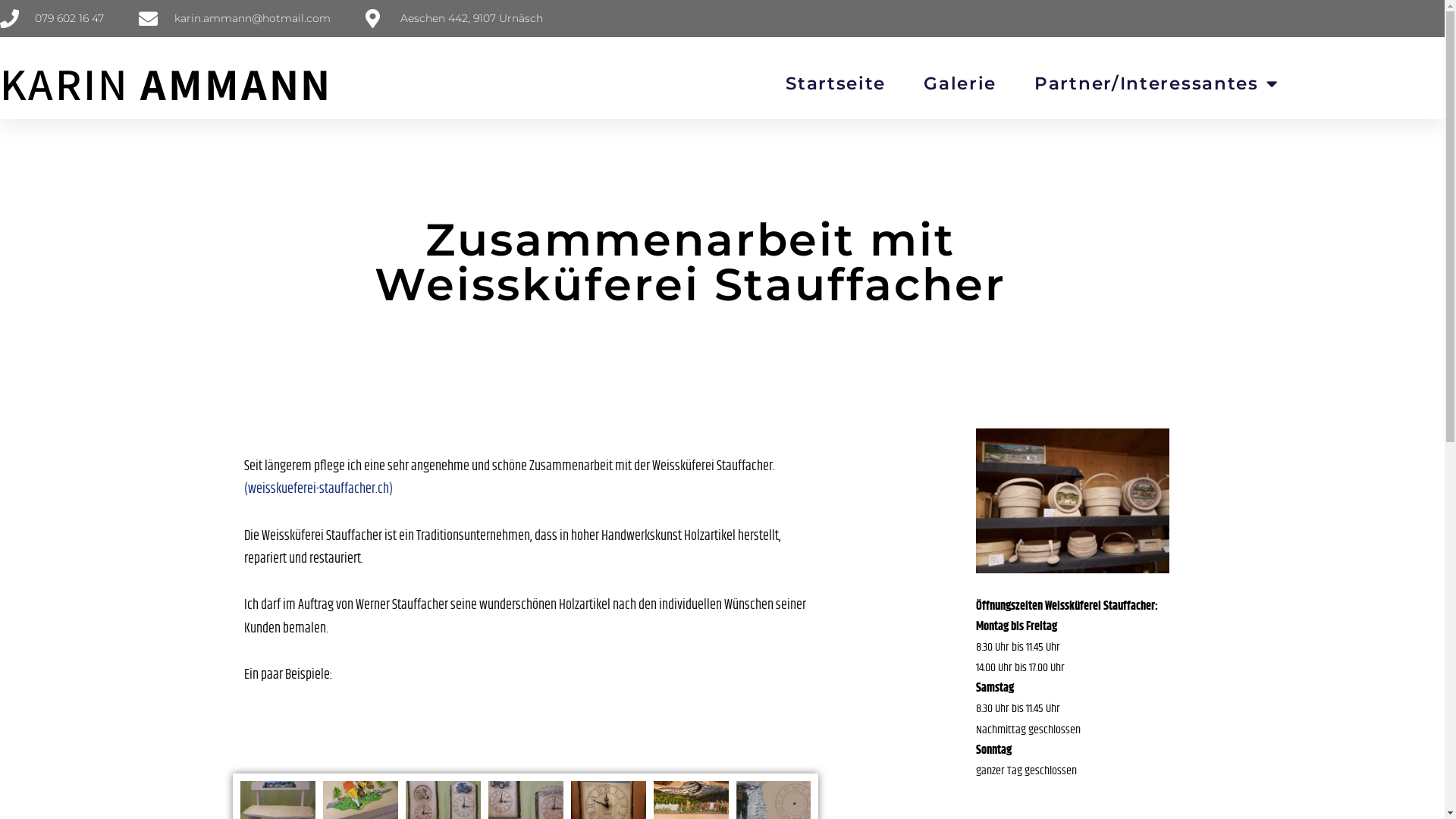  I want to click on 'karin.ammann@hotmail.com', so click(233, 18).